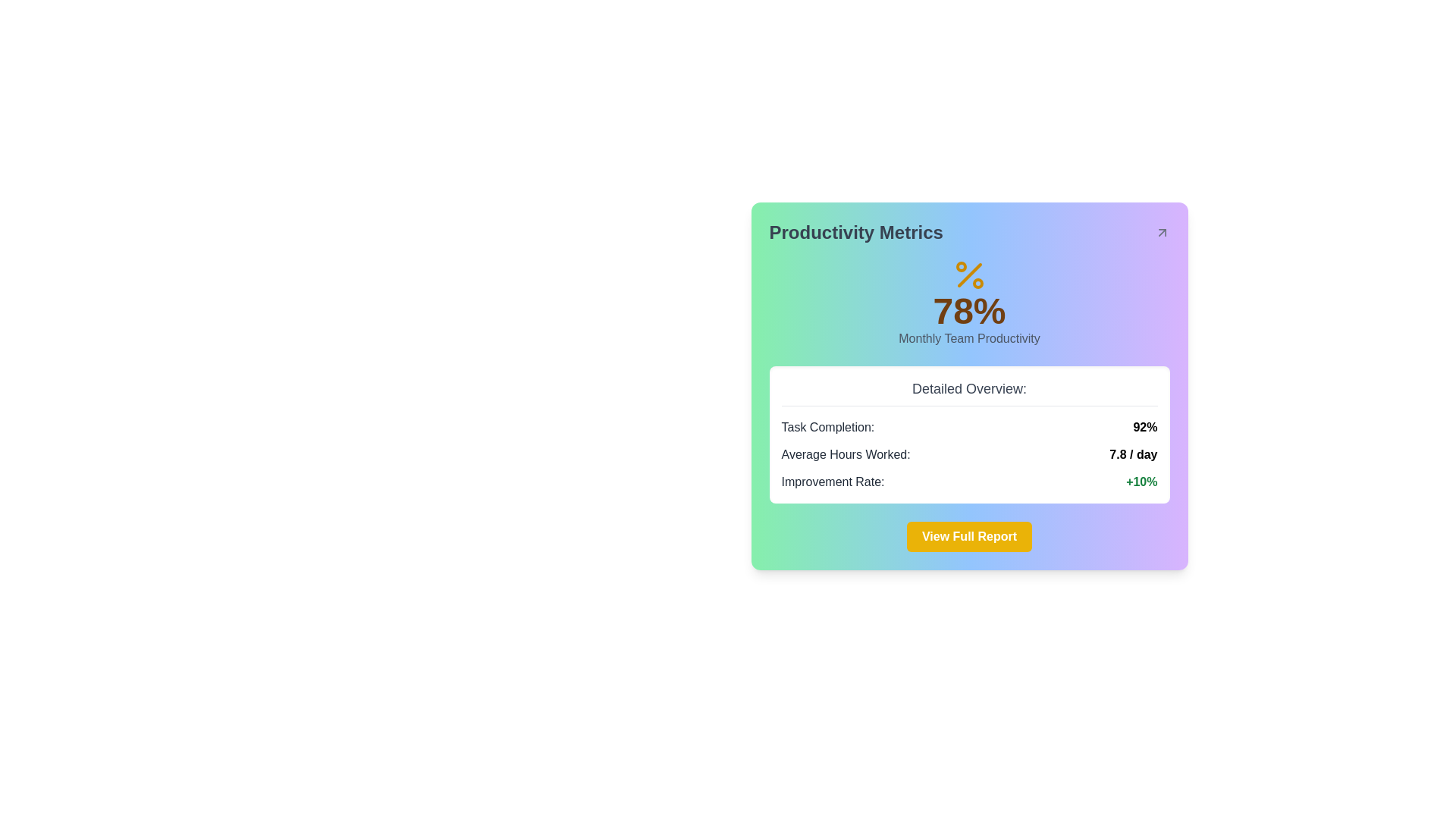 This screenshot has width=1456, height=819. I want to click on the Informational block displaying '78% Monthly Team Productivity' with a prominent yellow '78%' text and a gradient background transitioning from green to purple, so click(968, 302).